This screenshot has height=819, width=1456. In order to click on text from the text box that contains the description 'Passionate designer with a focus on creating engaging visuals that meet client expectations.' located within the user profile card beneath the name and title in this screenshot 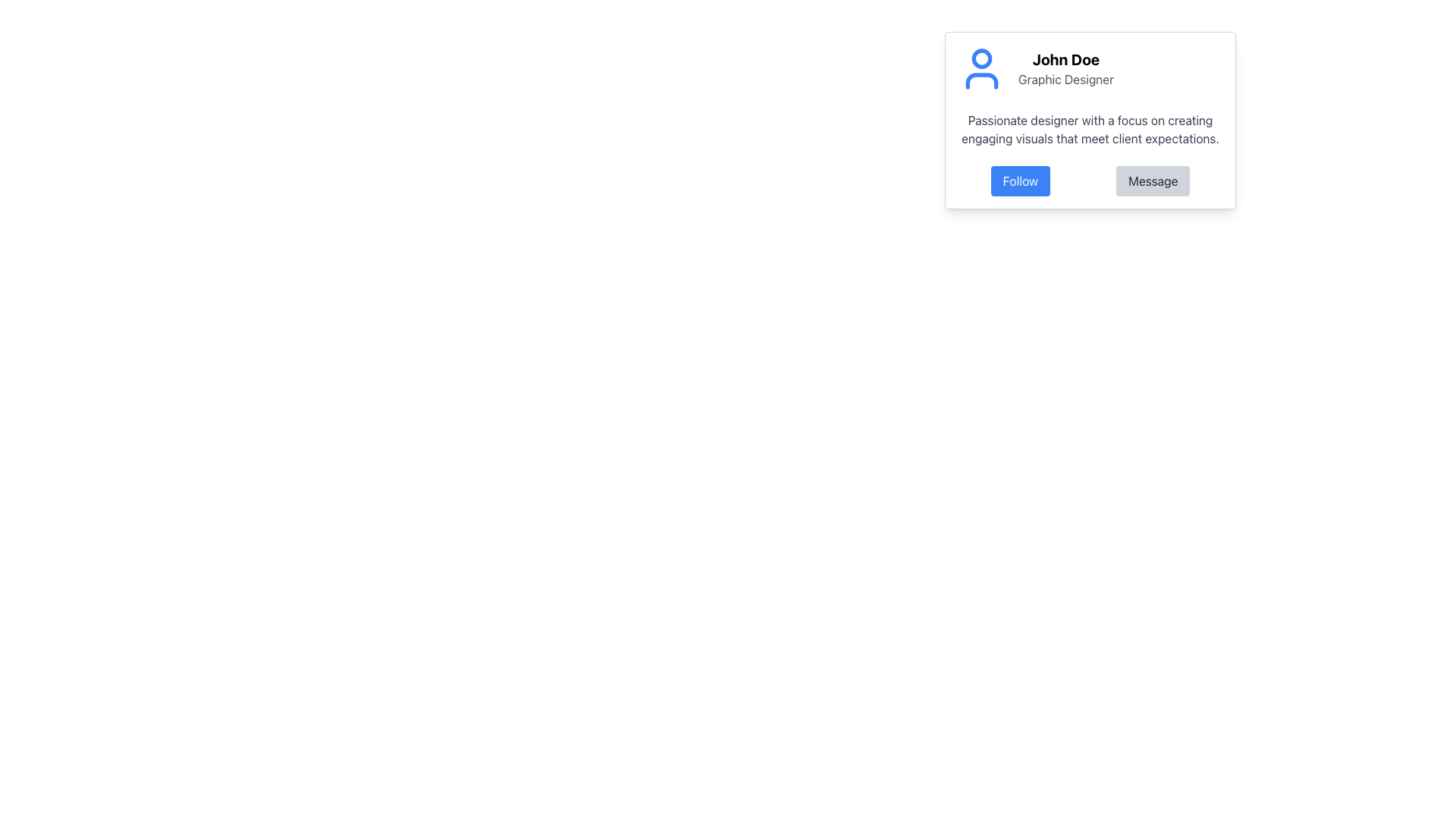, I will do `click(1090, 128)`.